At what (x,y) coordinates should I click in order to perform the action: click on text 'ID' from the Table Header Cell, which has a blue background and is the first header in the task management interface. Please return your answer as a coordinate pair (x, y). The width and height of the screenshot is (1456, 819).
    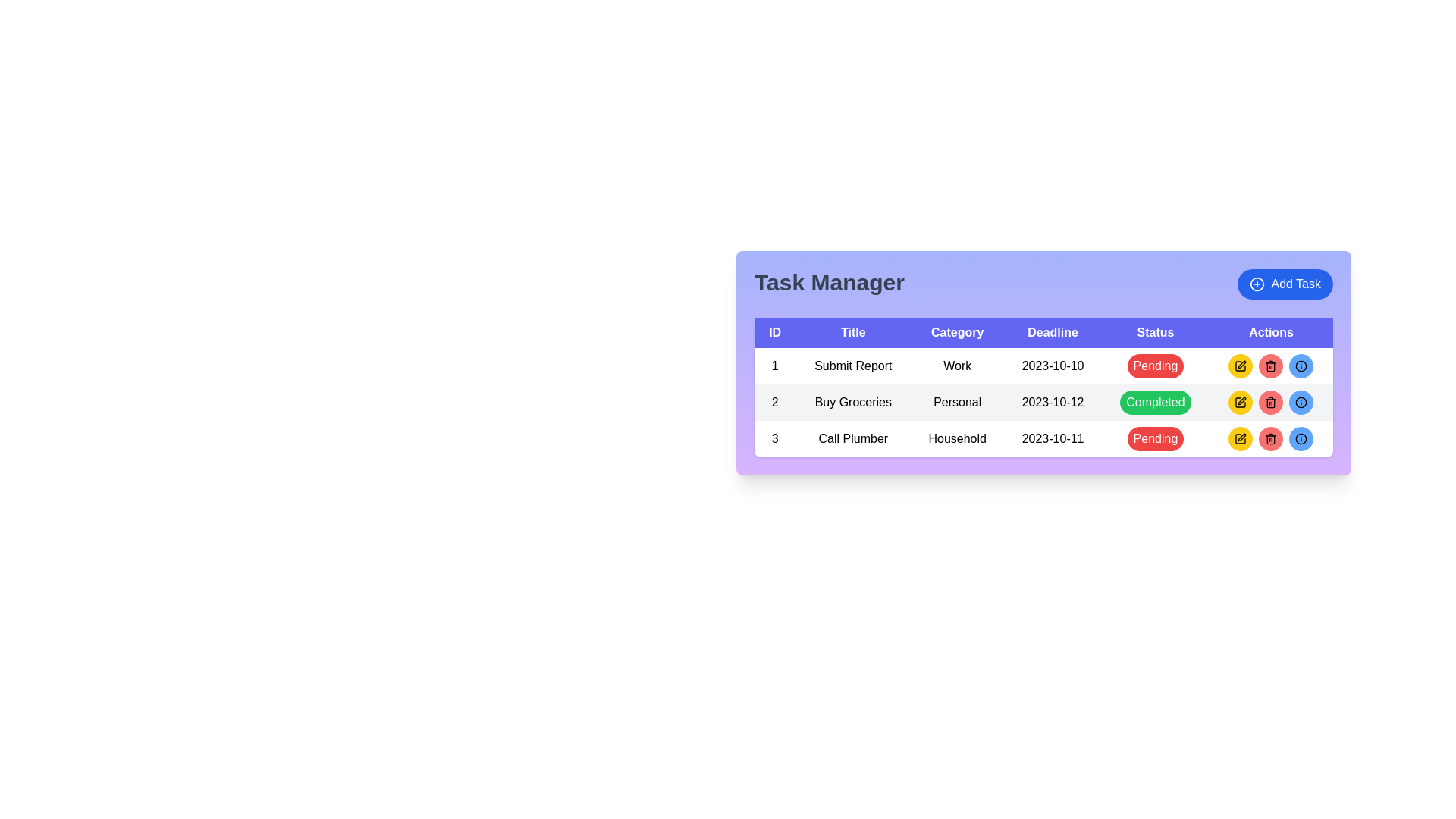
    Looking at the image, I should click on (775, 332).